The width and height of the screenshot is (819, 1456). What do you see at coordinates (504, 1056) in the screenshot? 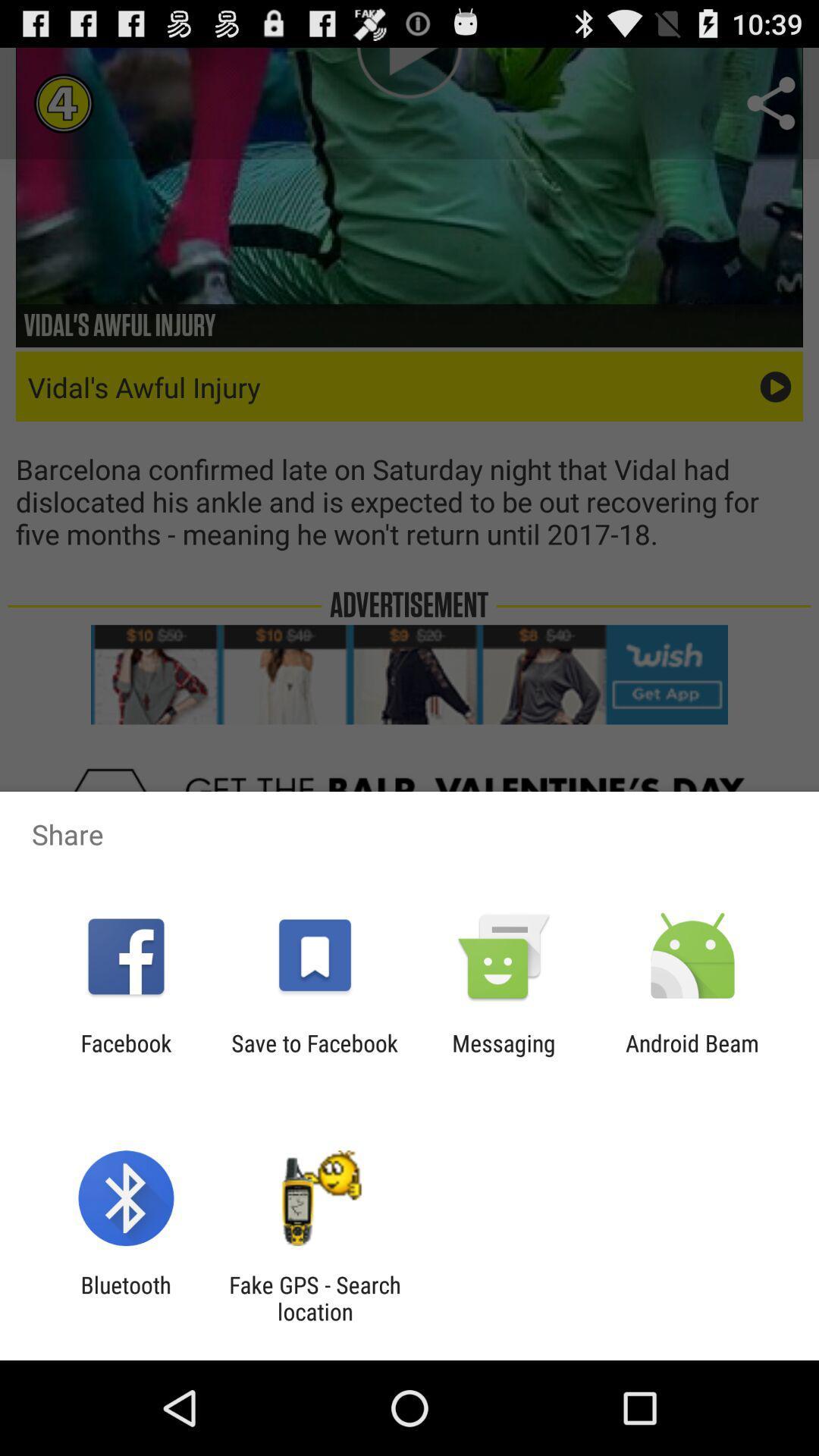
I see `the icon next to android beam` at bounding box center [504, 1056].